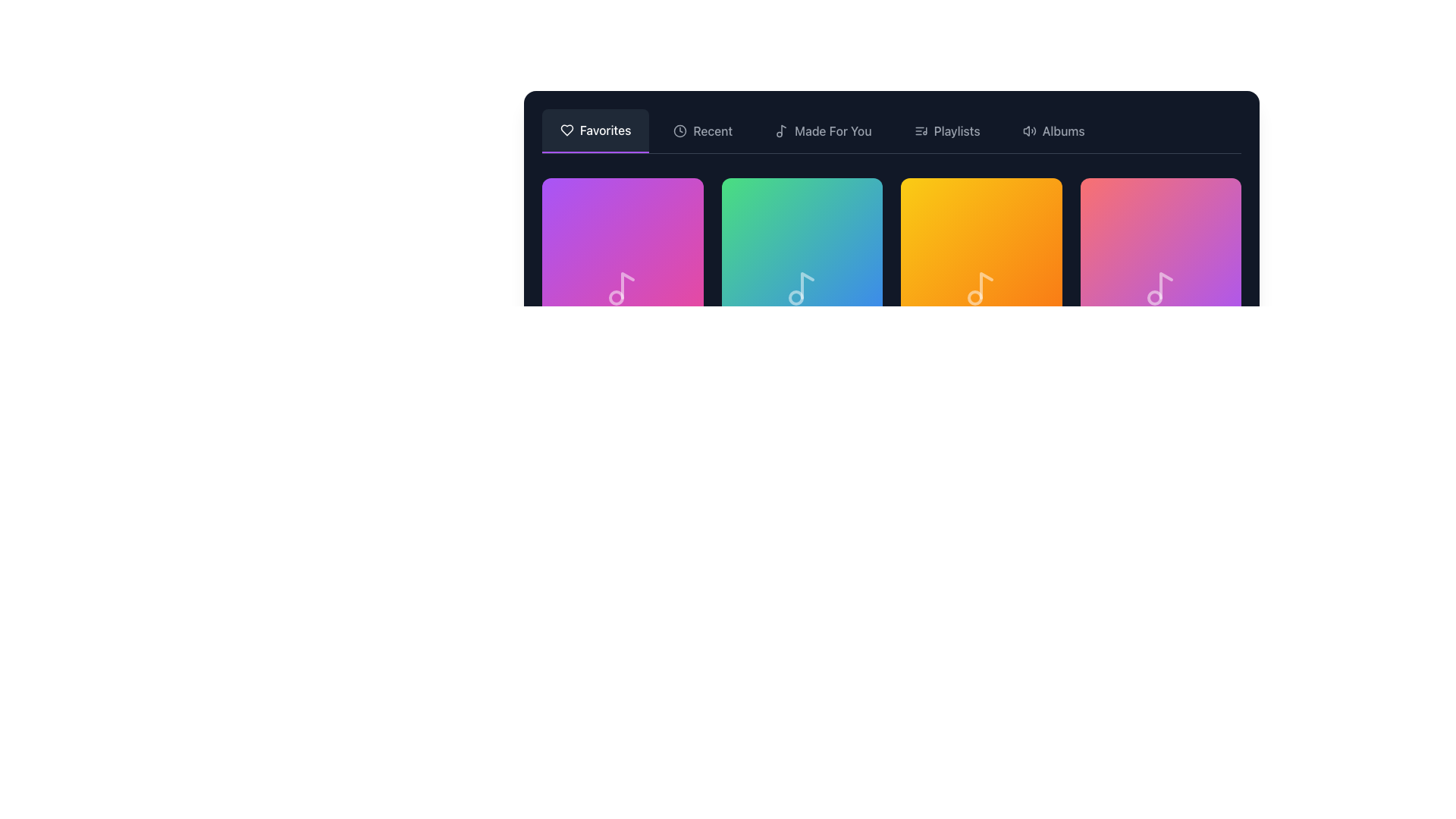  What do you see at coordinates (1037, 201) in the screenshot?
I see `the button located in the top-right corner of the control group` at bounding box center [1037, 201].